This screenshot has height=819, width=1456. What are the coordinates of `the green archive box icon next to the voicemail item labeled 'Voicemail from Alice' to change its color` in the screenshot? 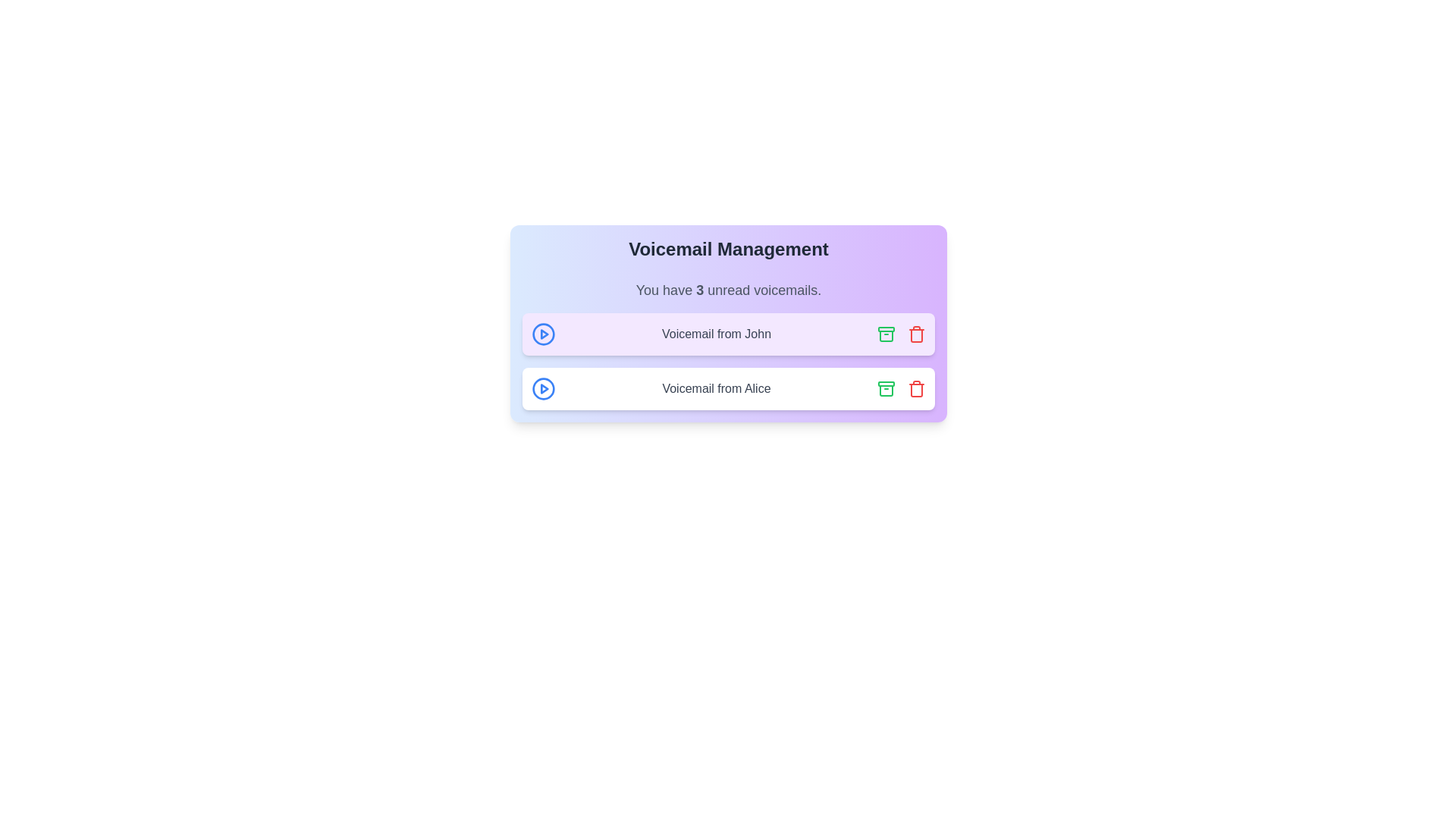 It's located at (886, 388).